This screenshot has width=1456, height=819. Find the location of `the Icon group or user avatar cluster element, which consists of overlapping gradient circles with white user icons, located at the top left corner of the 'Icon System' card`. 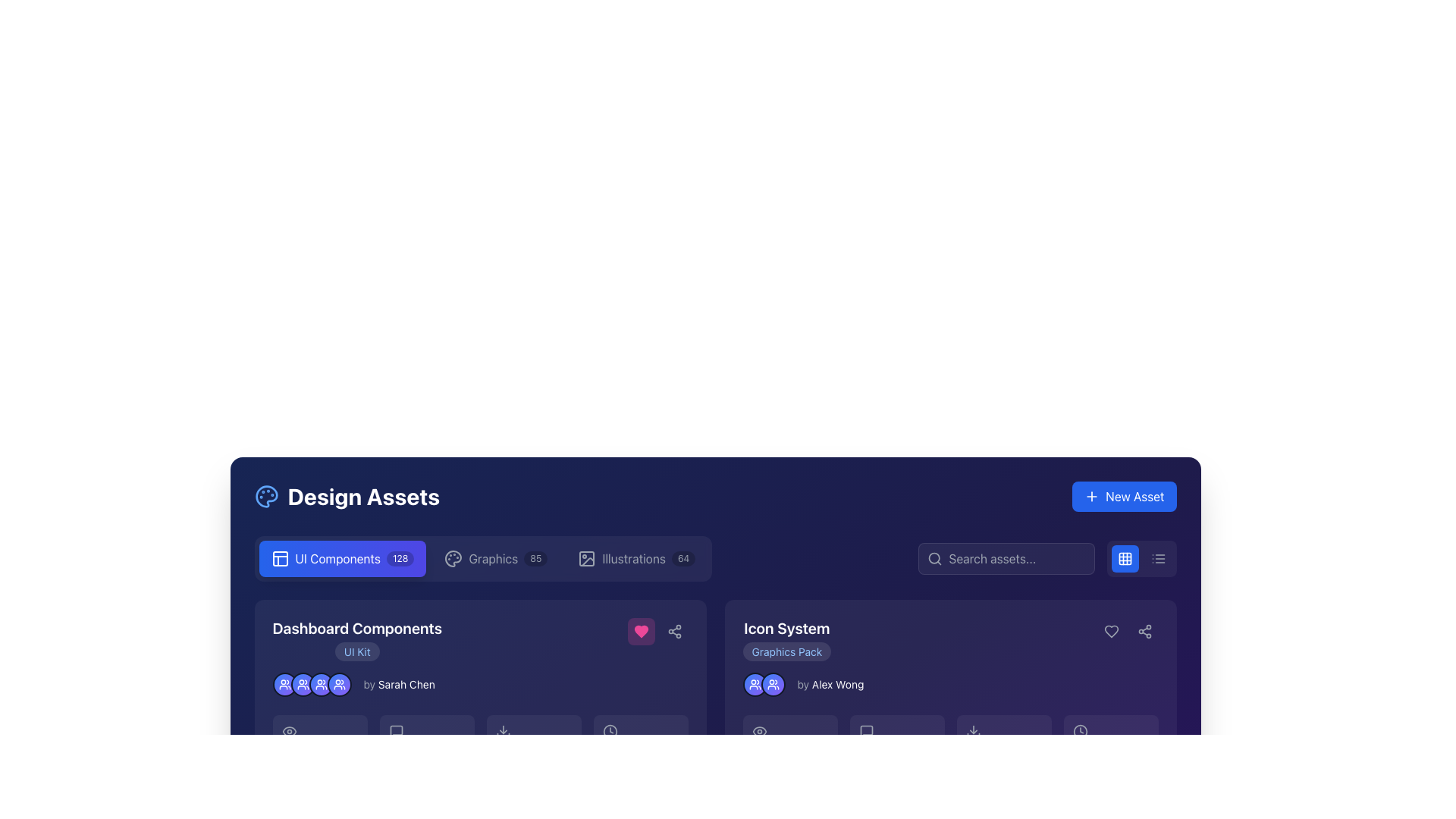

the Icon group or user avatar cluster element, which consists of overlapping gradient circles with white user icons, located at the top left corner of the 'Icon System' card is located at coordinates (764, 684).